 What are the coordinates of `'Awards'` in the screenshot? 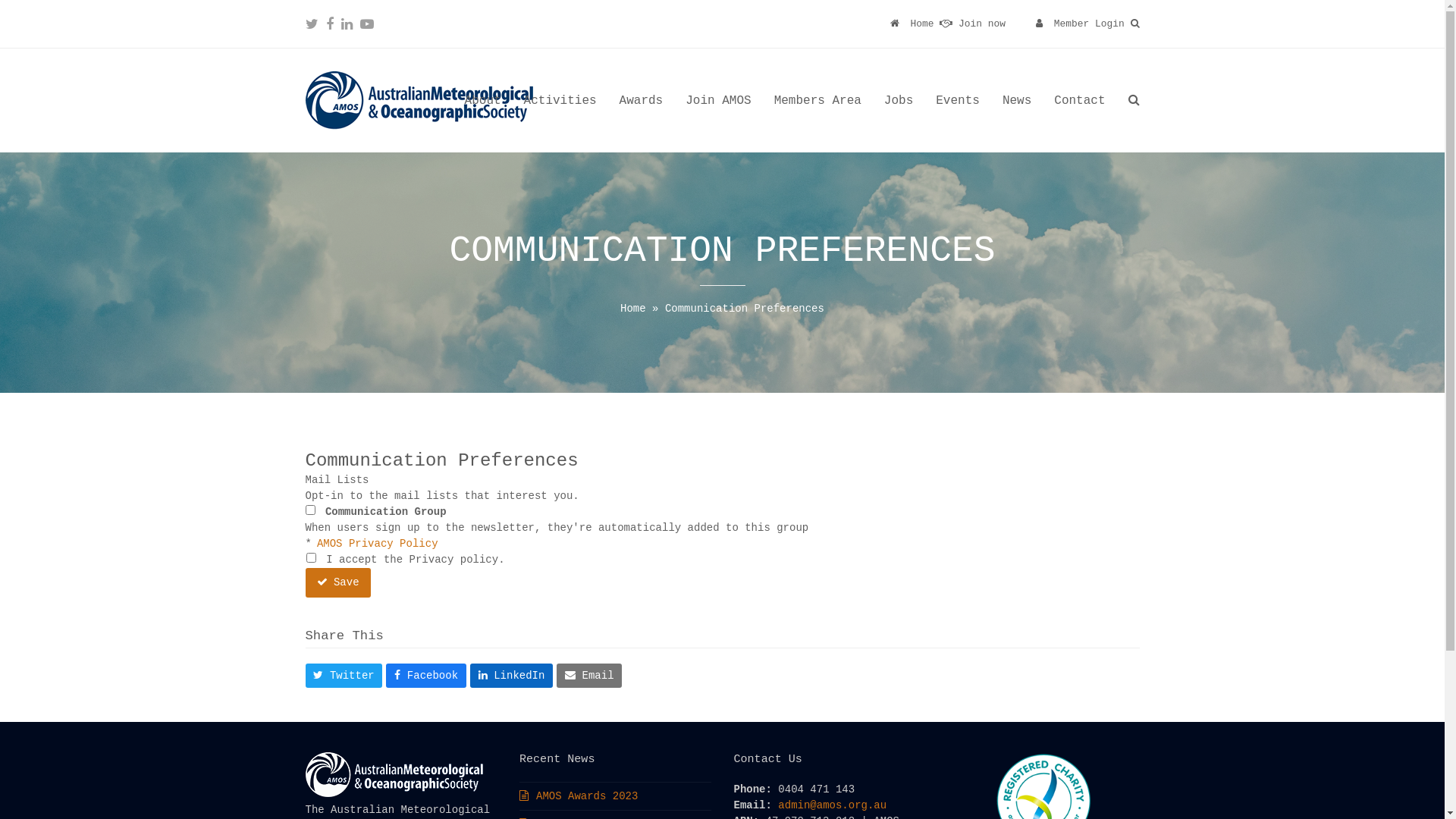 It's located at (641, 100).